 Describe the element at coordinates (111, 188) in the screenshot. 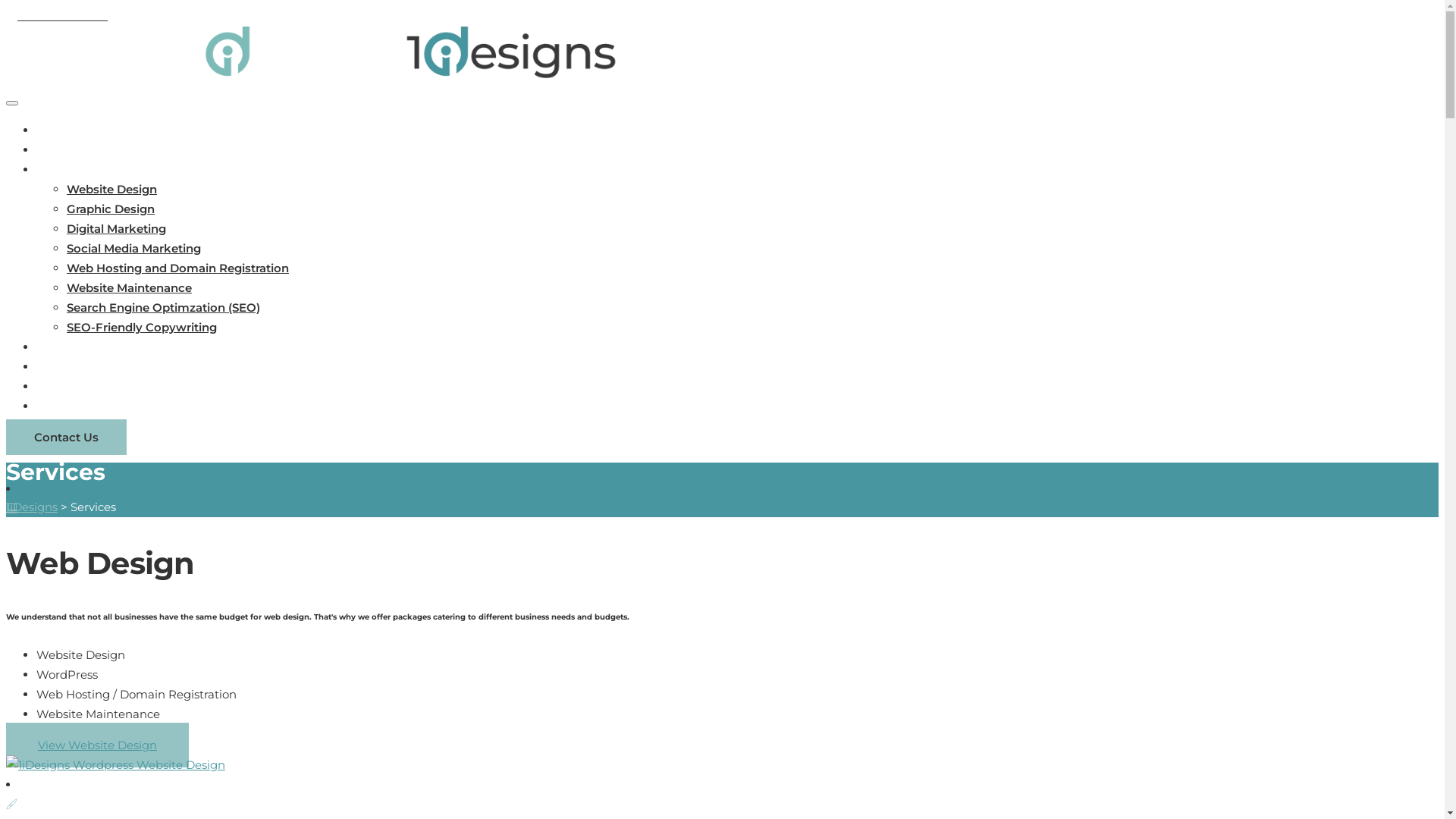

I see `'Website Design'` at that location.